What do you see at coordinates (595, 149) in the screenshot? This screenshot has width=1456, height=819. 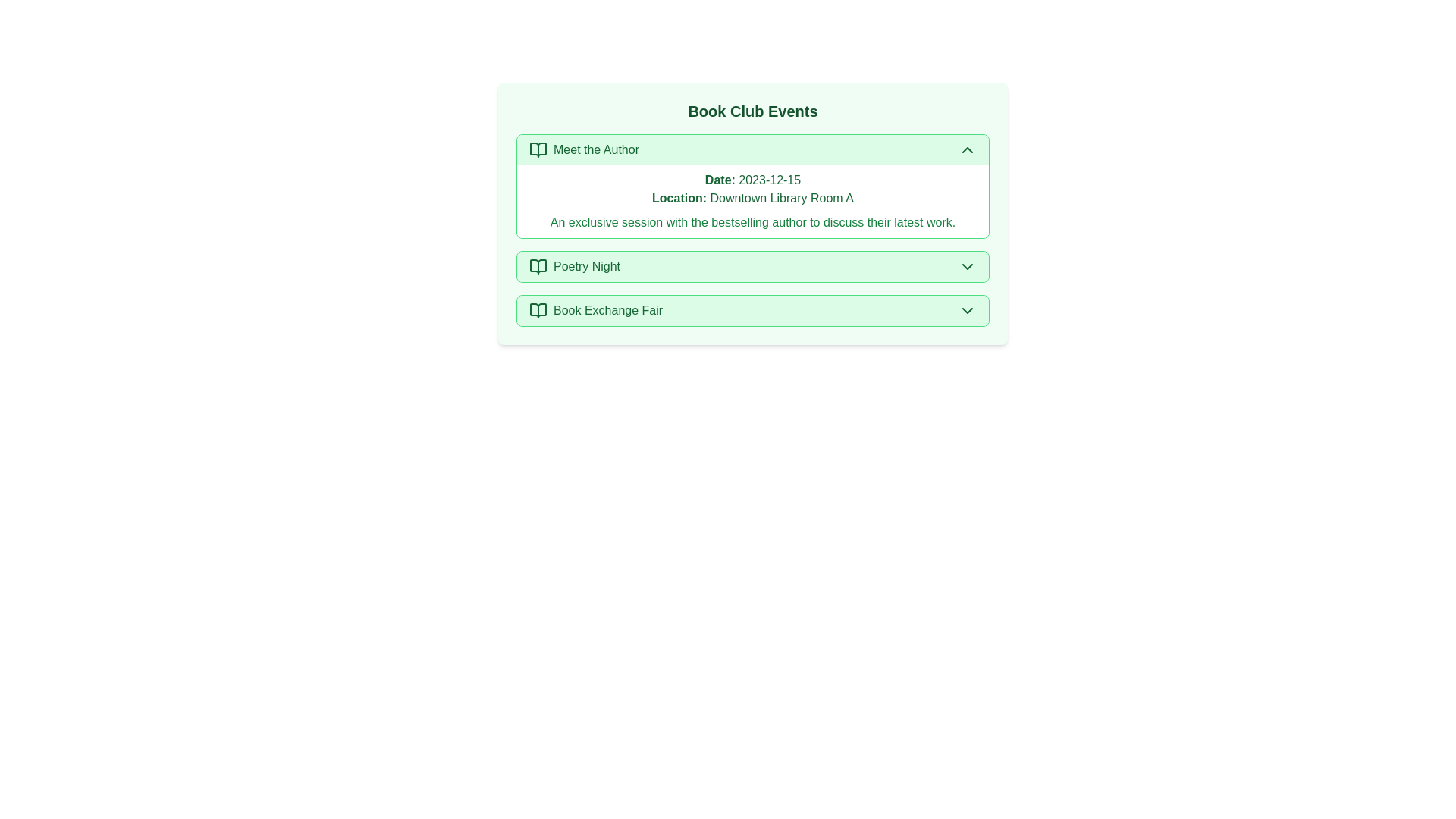 I see `text label indicating the 'Meet the Author' event, located at the top of the event entry card, to the right of the book icon` at bounding box center [595, 149].